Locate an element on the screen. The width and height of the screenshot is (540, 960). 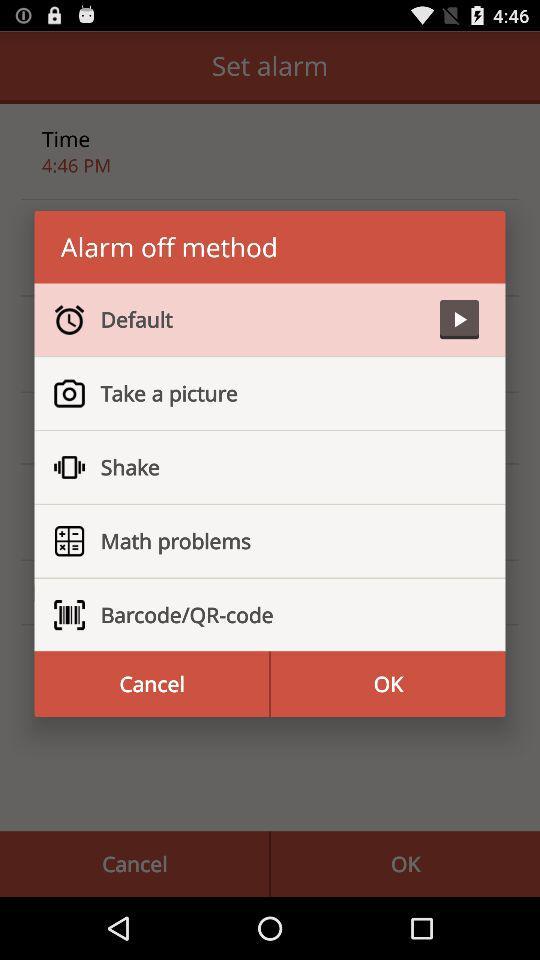
icon to the right of the default item is located at coordinates (459, 319).